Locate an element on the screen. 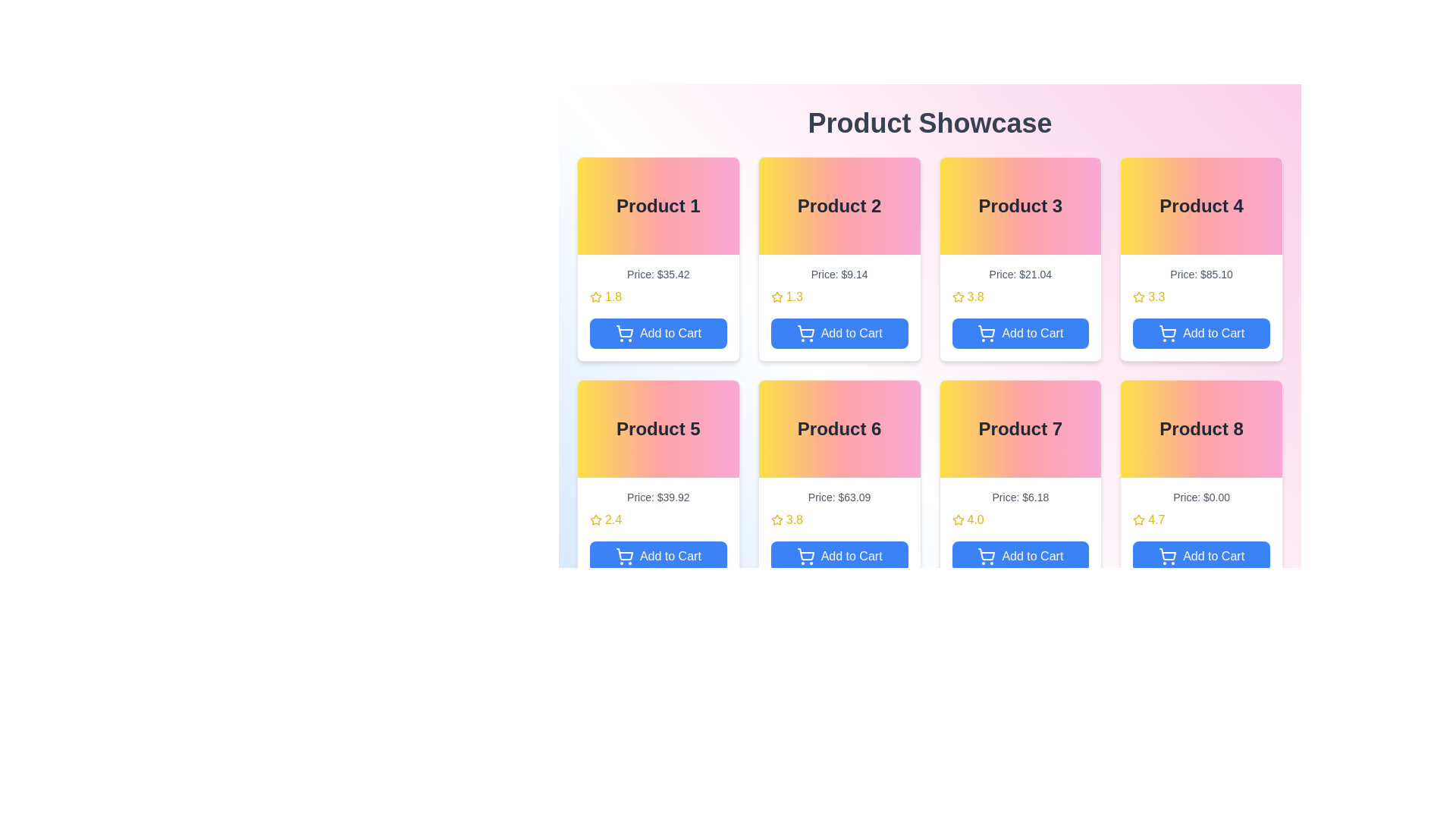  the 'Add to Cart' icon for 'Product 8', which is located within the blue 'Add to Cart' button at the bottom-right corner of the product showcase grid is located at coordinates (1167, 556).